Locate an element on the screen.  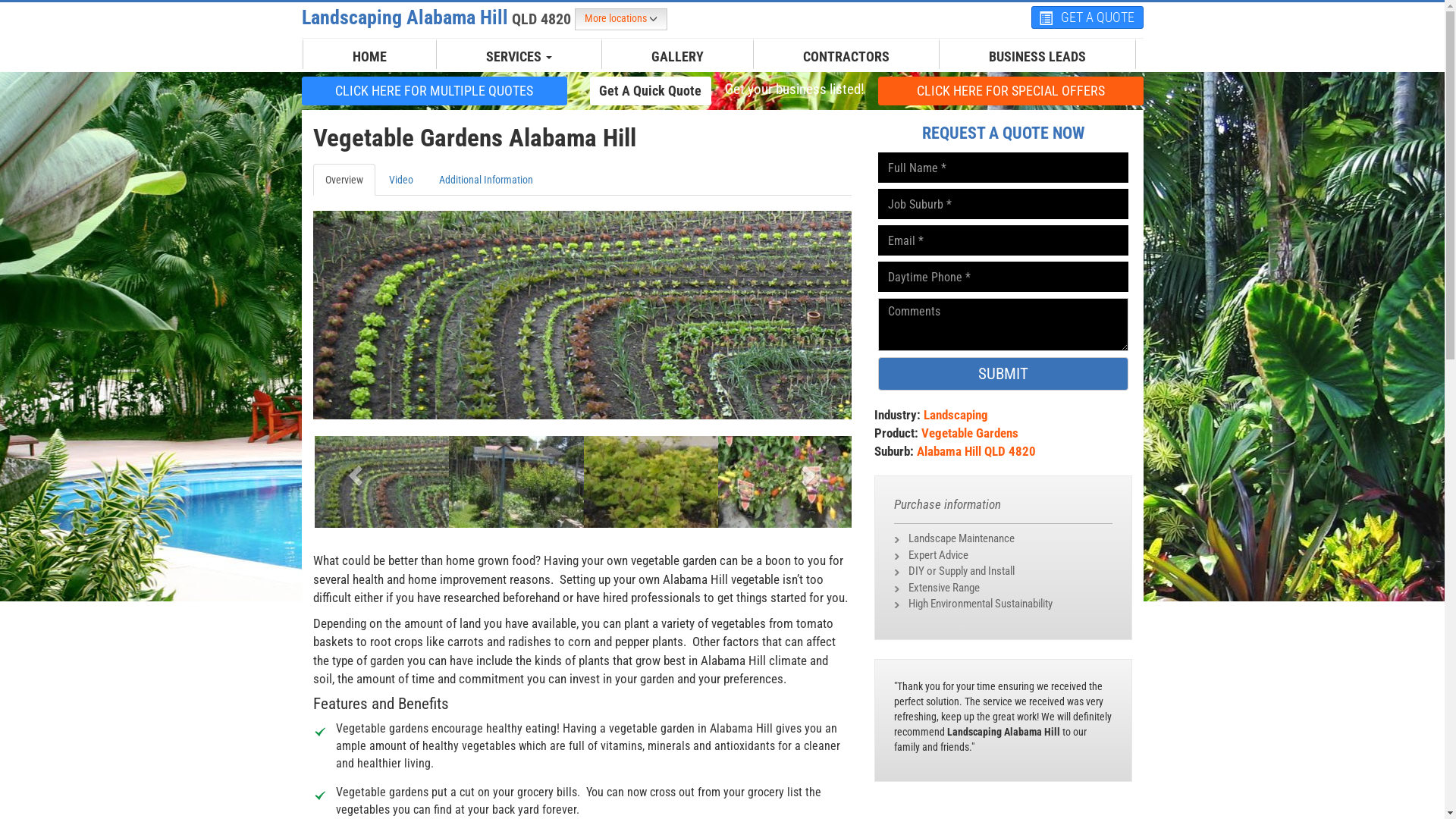
'CLICK HERE FOR SPECIAL OFFERS' is located at coordinates (1011, 90).